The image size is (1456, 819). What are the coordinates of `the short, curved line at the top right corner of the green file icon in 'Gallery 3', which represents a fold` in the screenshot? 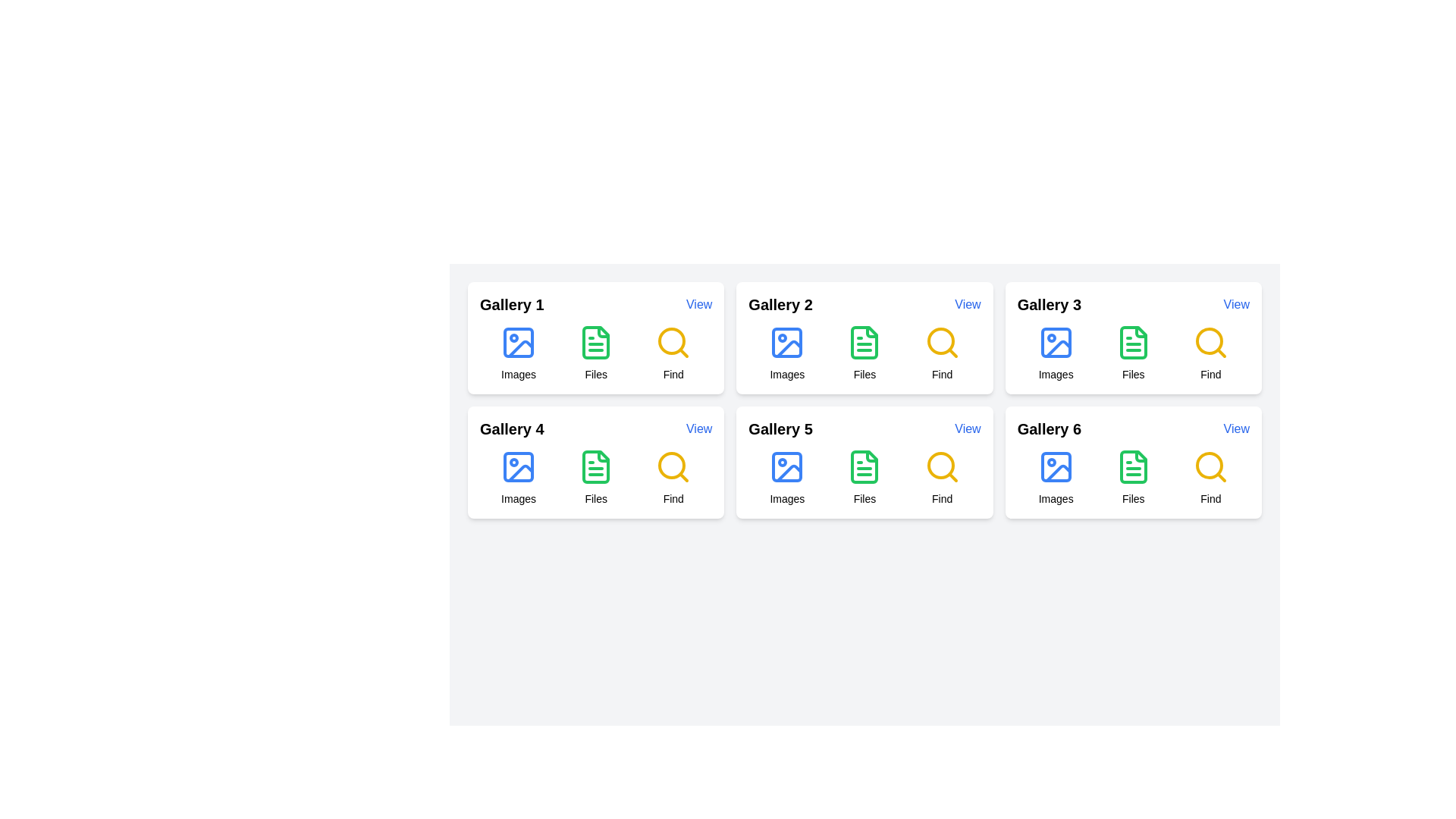 It's located at (1141, 331).